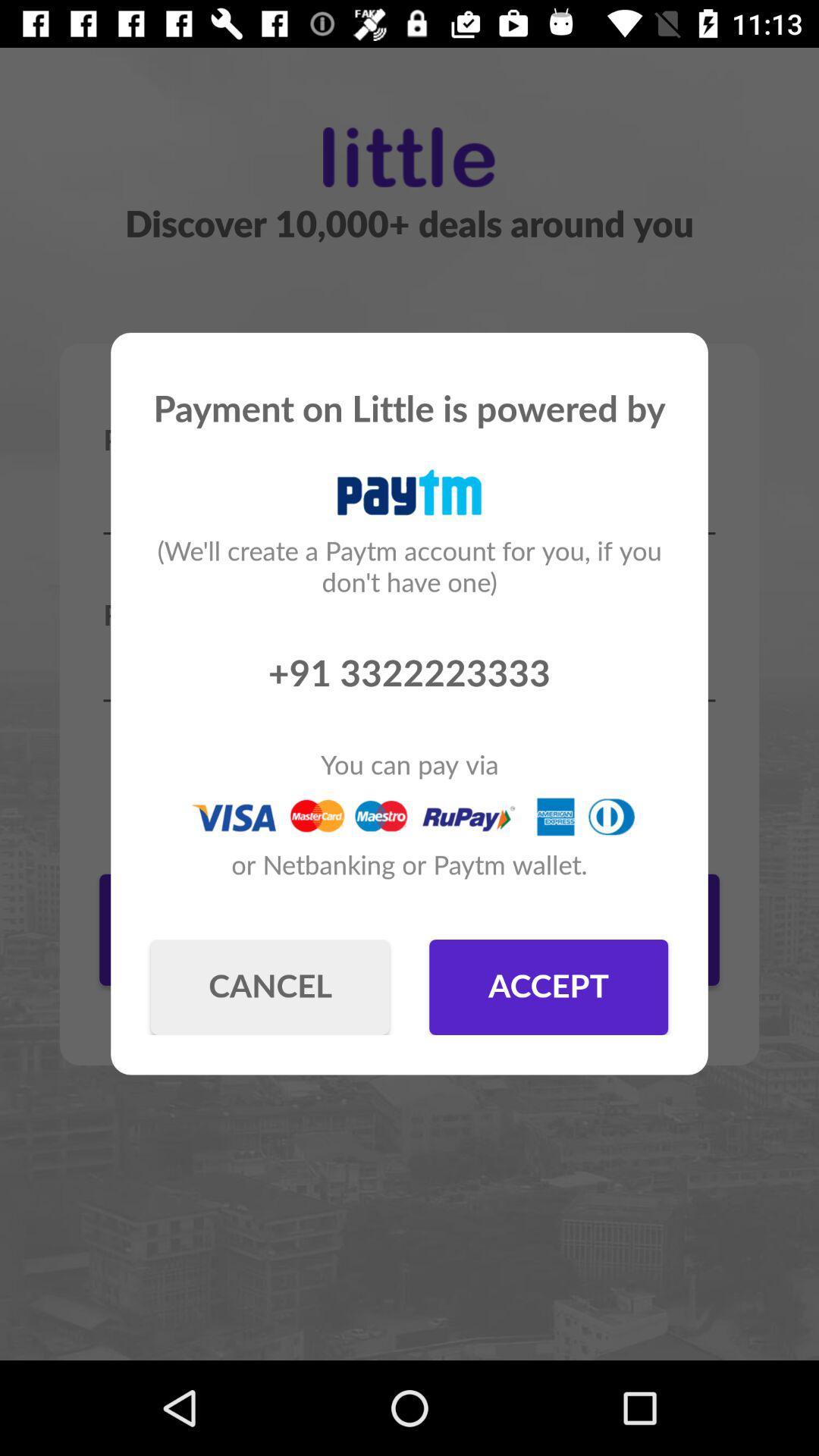  I want to click on cancel at the bottom left corner, so click(269, 987).